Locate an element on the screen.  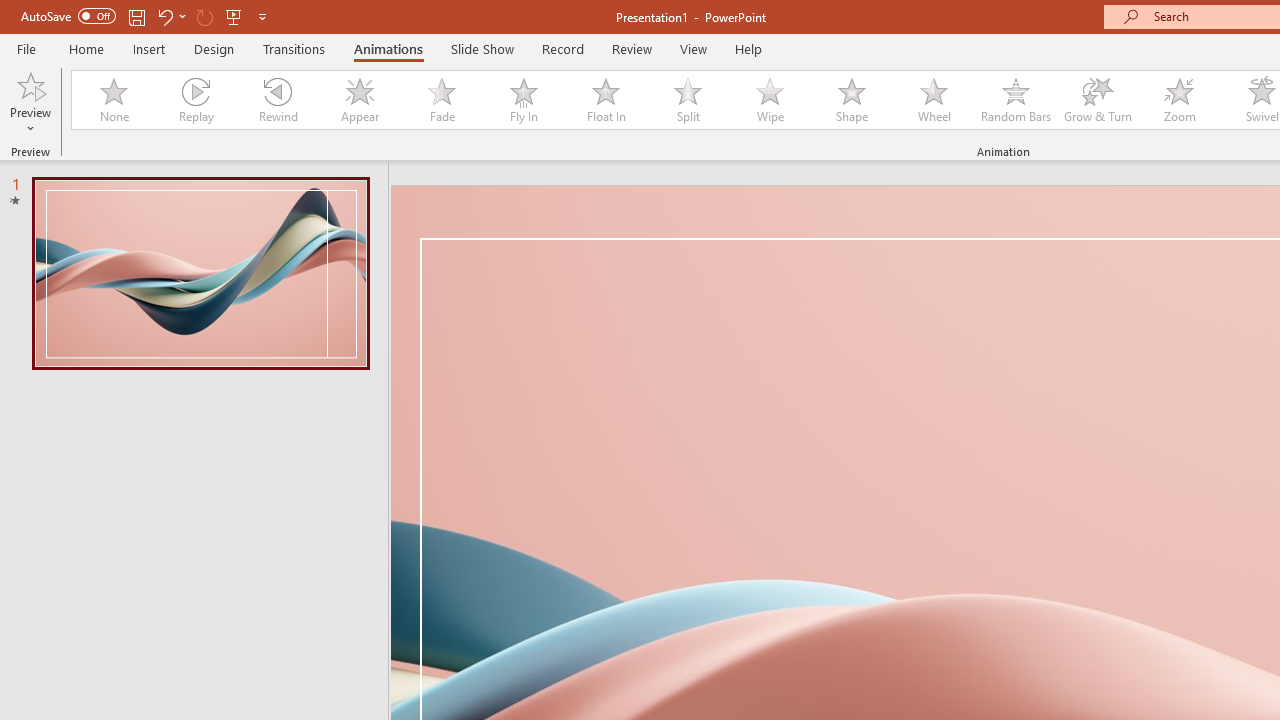
'Wipe' is located at coordinates (769, 100).